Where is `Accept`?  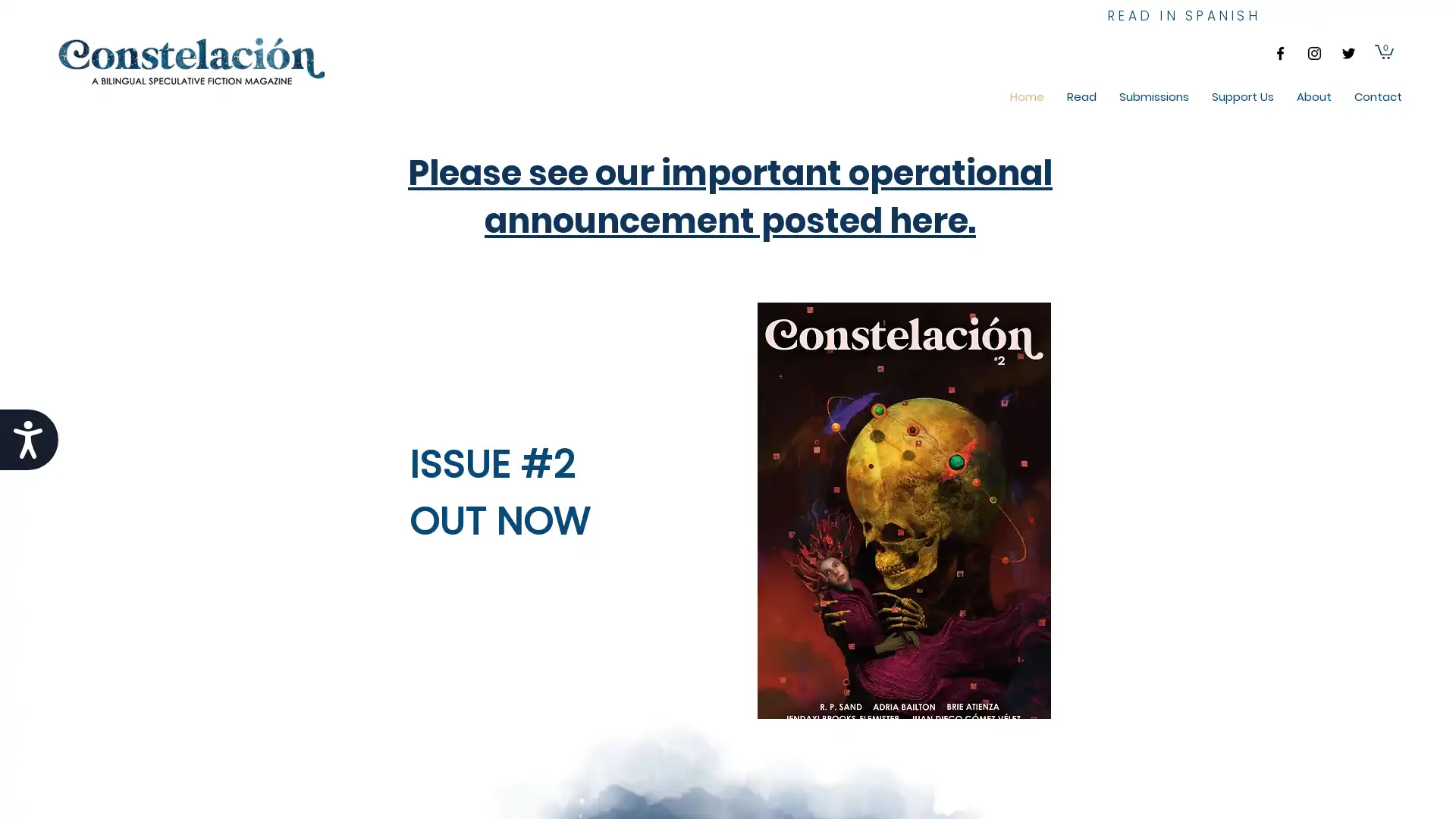
Accept is located at coordinates (1388, 792).